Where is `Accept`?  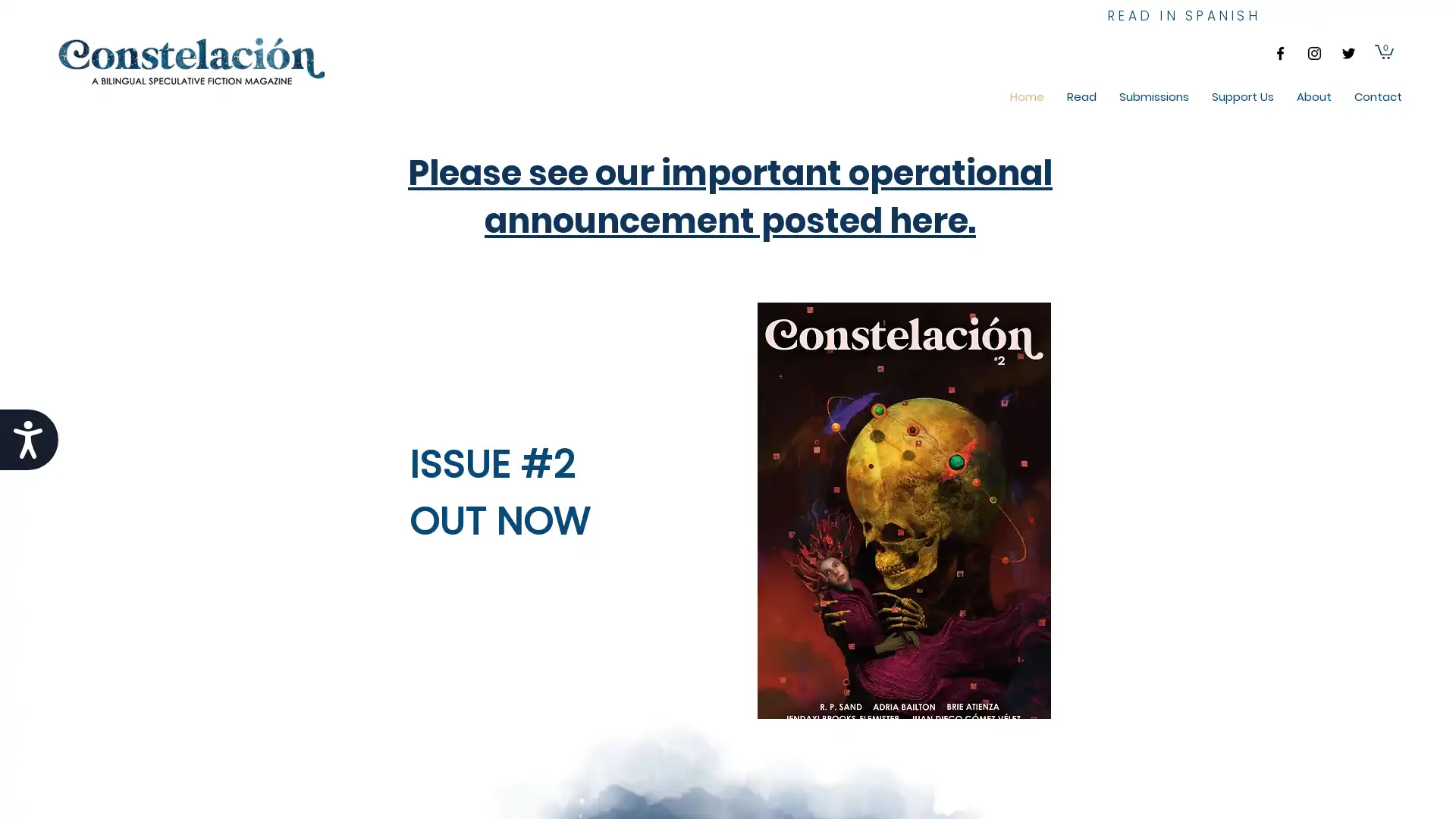
Accept is located at coordinates (1388, 792).